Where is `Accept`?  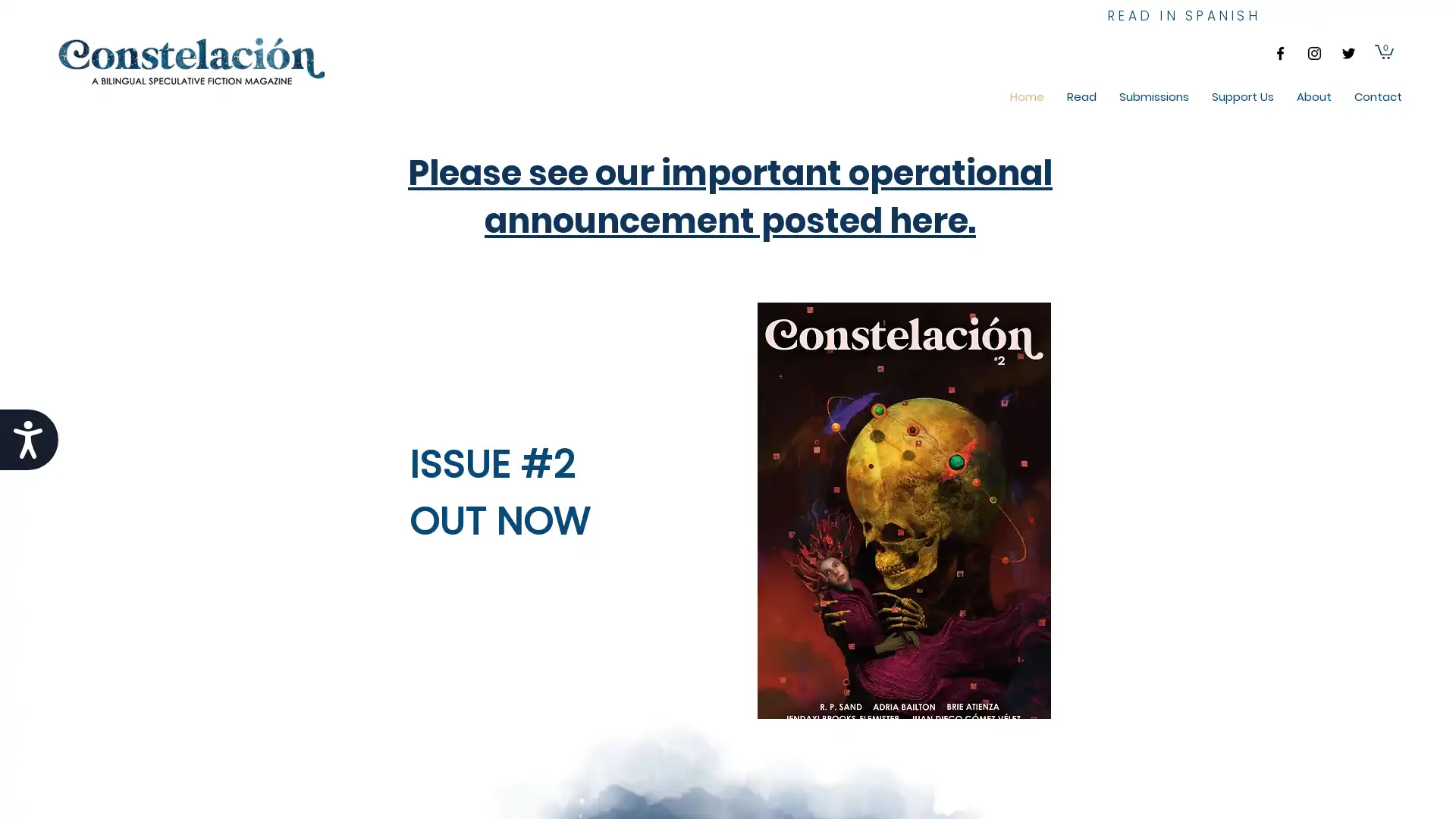
Accept is located at coordinates (1388, 792).